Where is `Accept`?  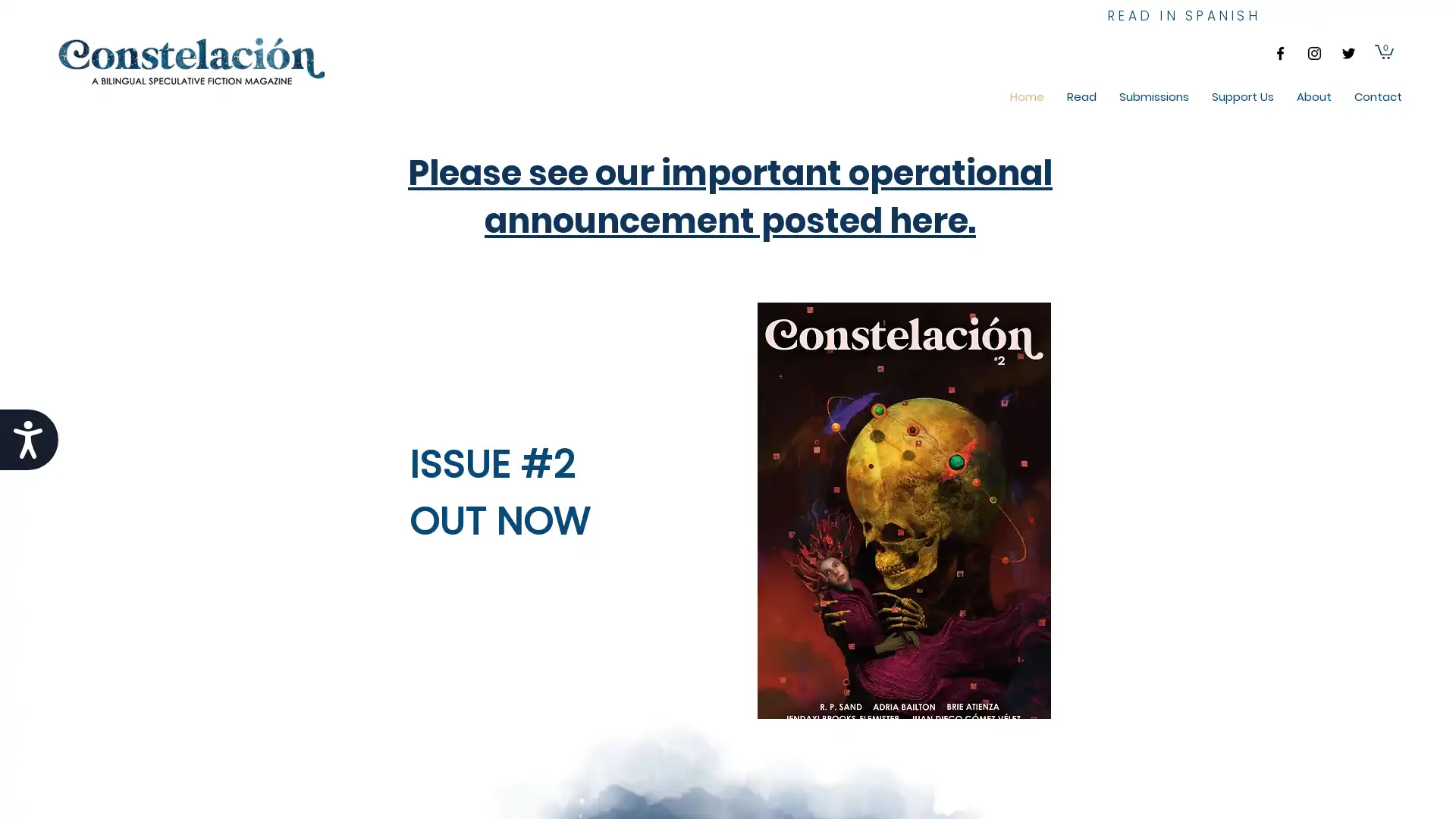
Accept is located at coordinates (1388, 792).